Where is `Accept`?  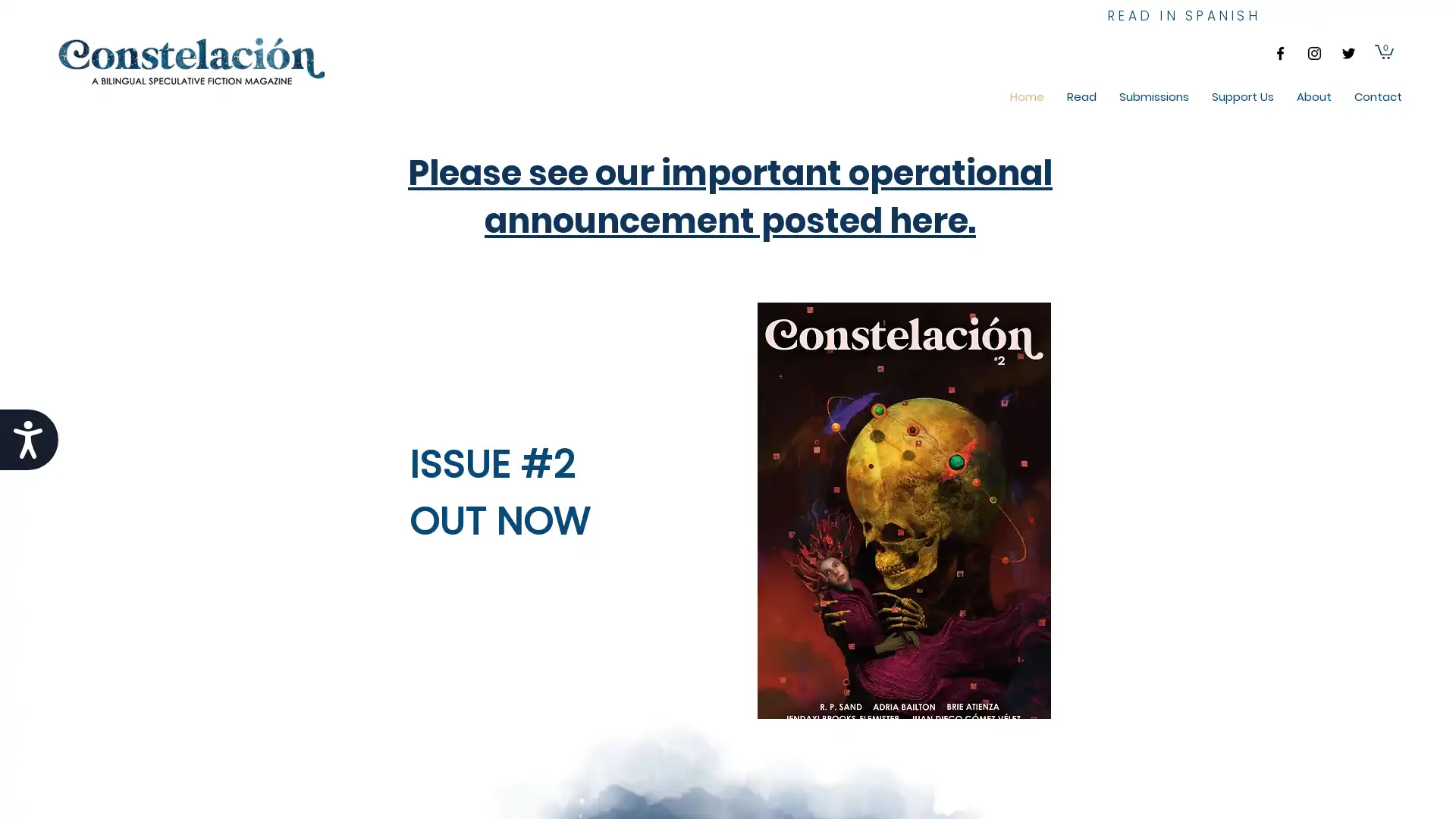
Accept is located at coordinates (1388, 792).